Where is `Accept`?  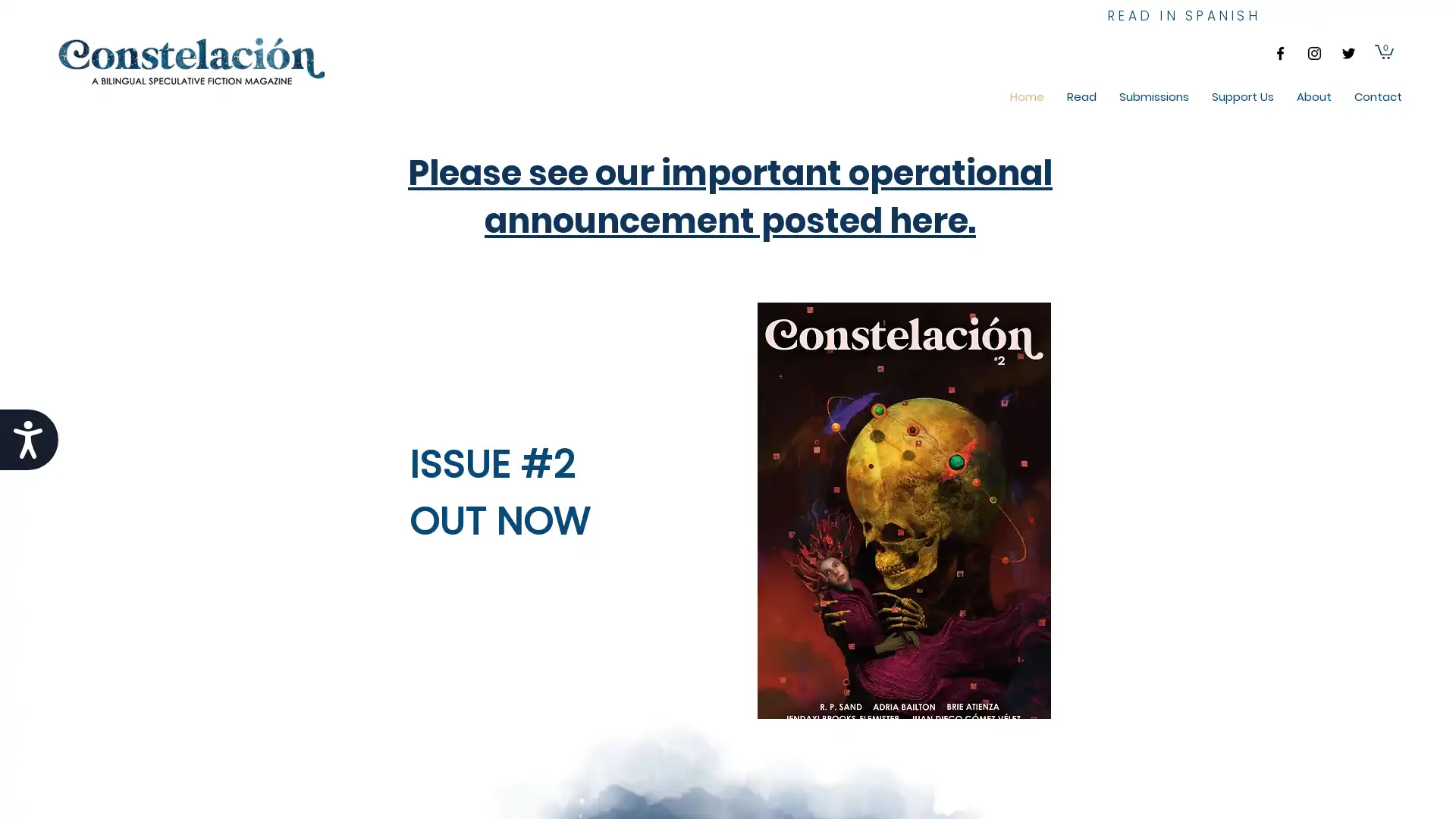
Accept is located at coordinates (1388, 792).